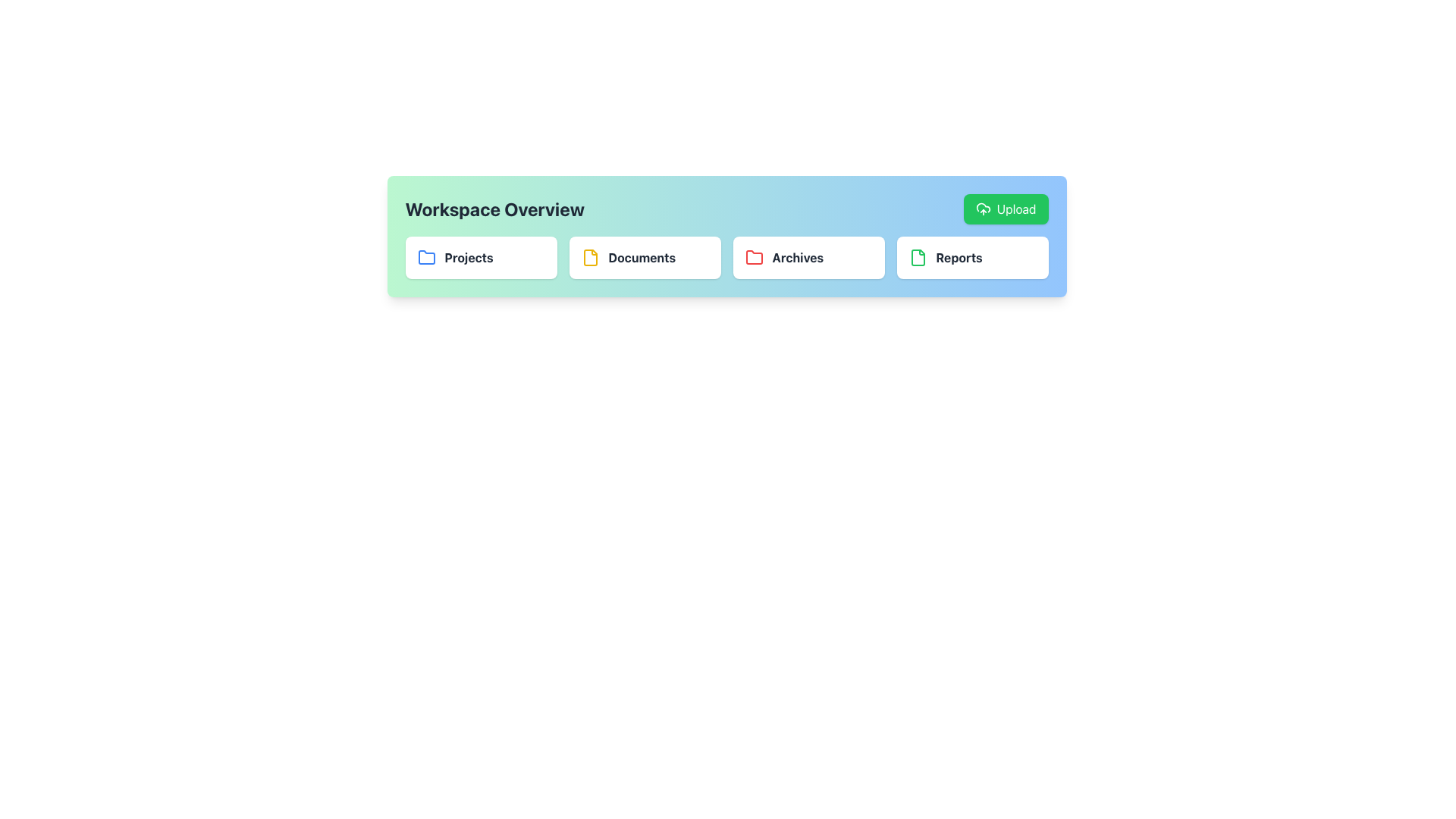 This screenshot has height=819, width=1456. What do you see at coordinates (645, 256) in the screenshot?
I see `the button labeled 'Documents' which has a white rectangular background, rounded corners, a yellow file icon on the left, and bold dark text on the right` at bounding box center [645, 256].